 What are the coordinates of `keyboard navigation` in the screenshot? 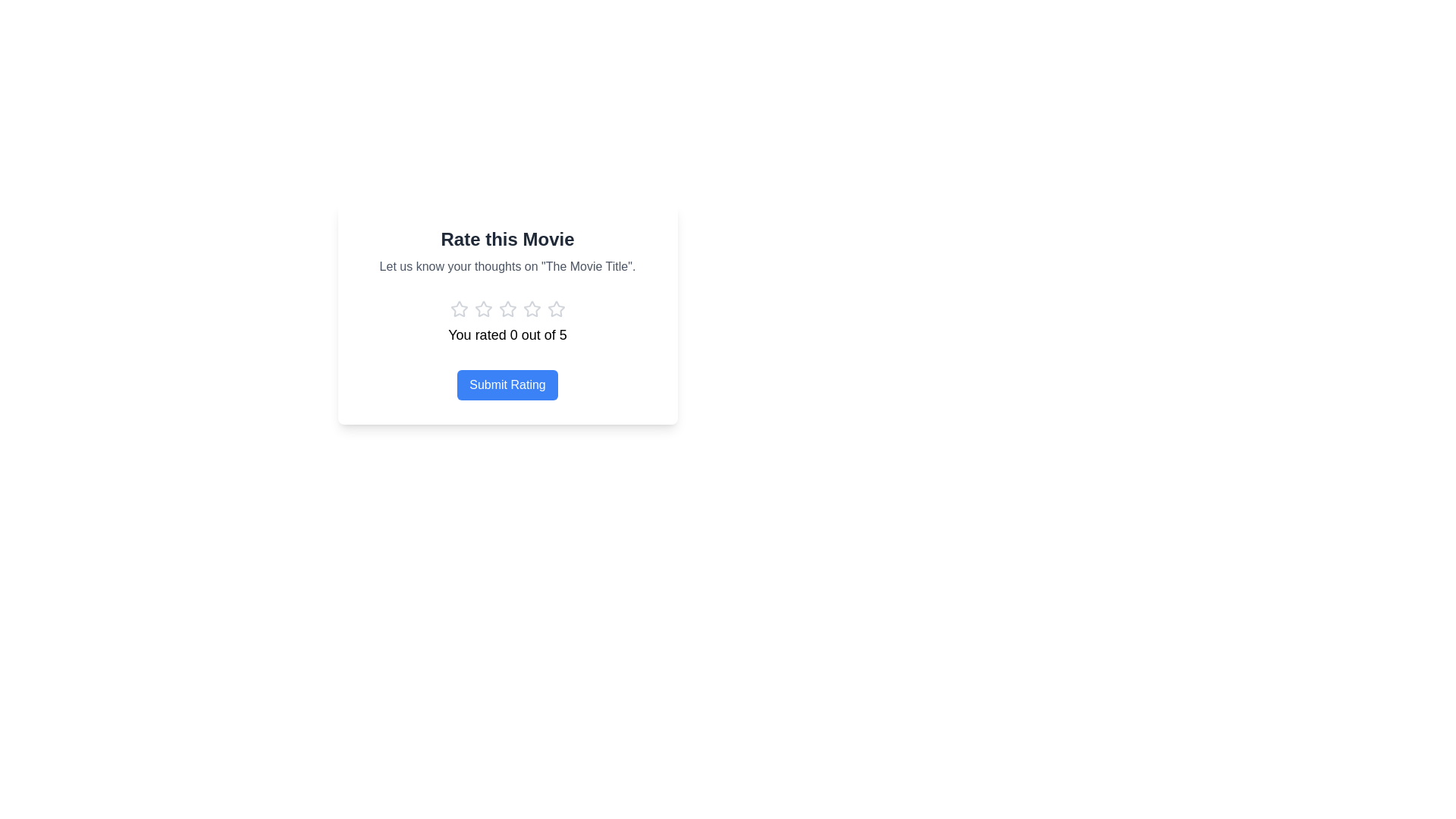 It's located at (507, 384).